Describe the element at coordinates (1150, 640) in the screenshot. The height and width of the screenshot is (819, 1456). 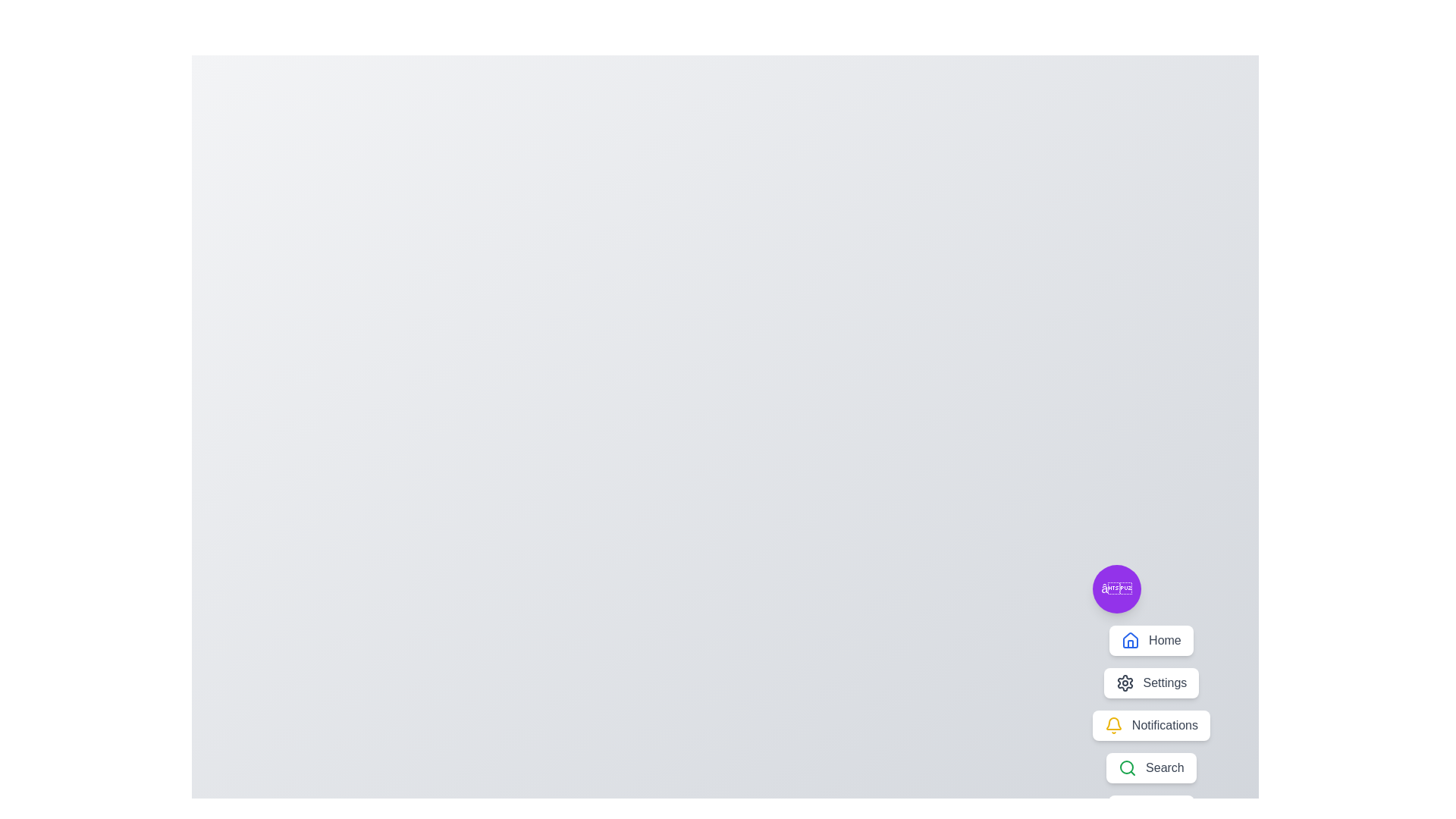
I see `the menu item labeled Home` at that location.